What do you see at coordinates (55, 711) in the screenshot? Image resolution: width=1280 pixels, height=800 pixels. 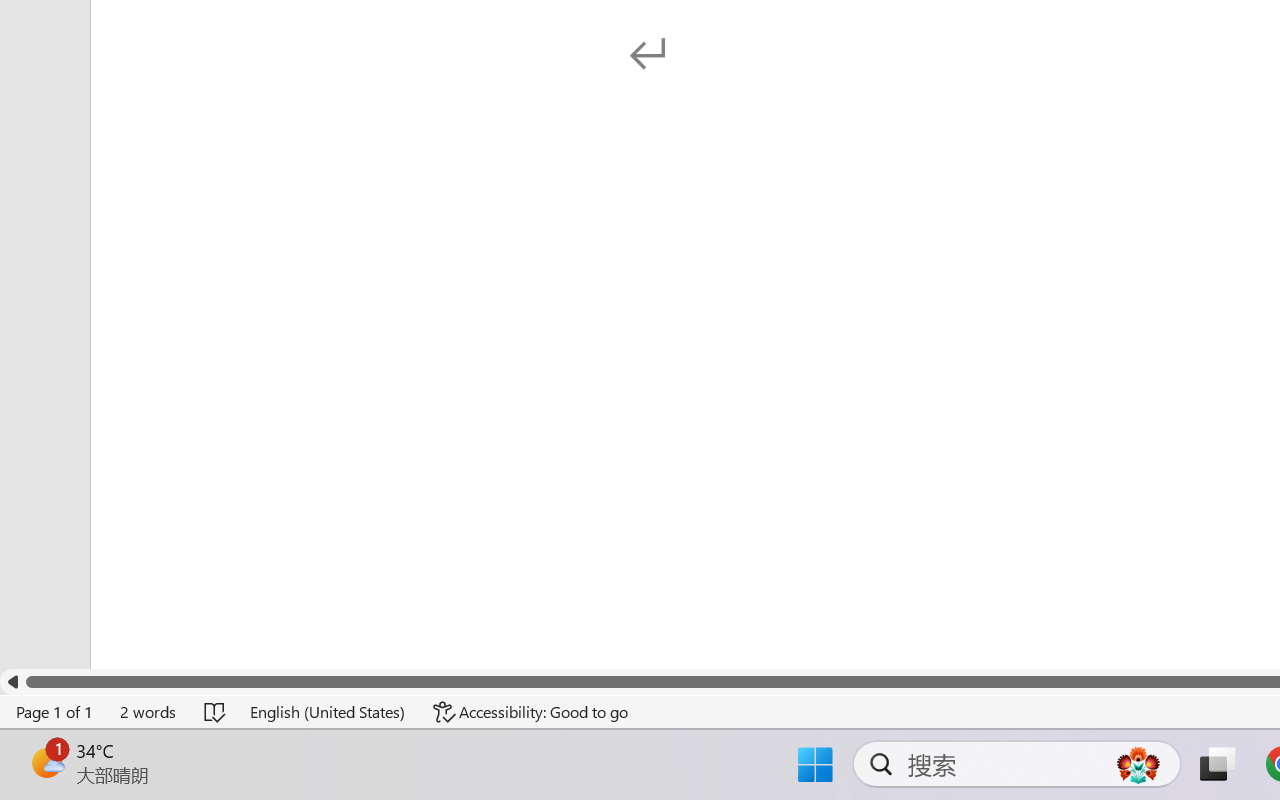 I see `'Page Number Page 1 of 1'` at bounding box center [55, 711].